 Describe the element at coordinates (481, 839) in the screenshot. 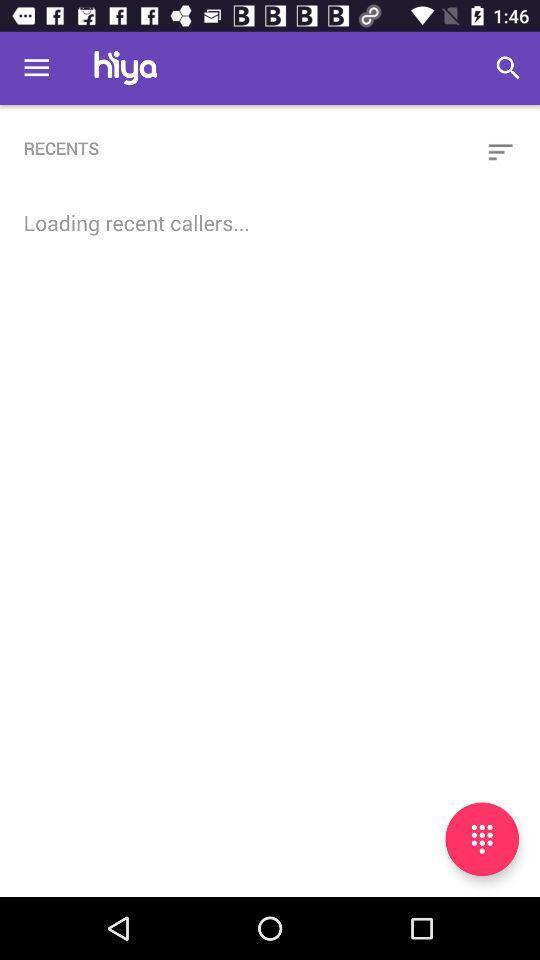

I see `the dialpad icon` at that location.